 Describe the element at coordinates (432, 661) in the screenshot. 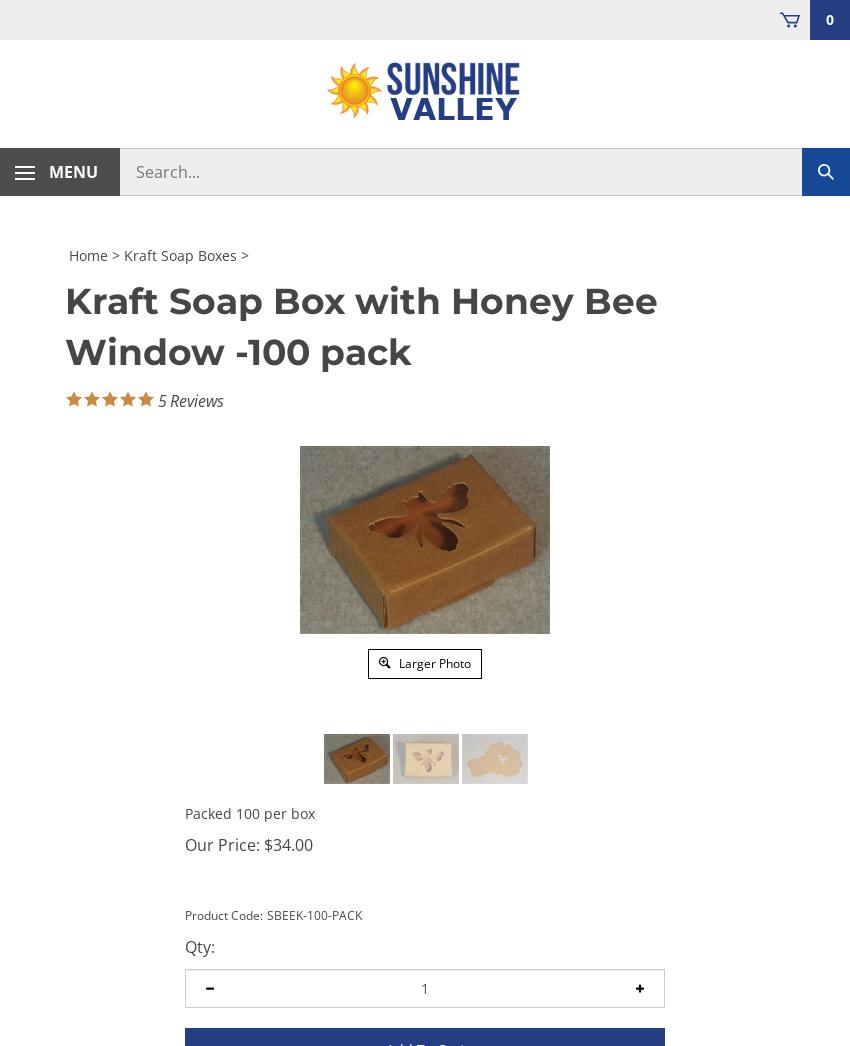

I see `'Larger Photo'` at that location.